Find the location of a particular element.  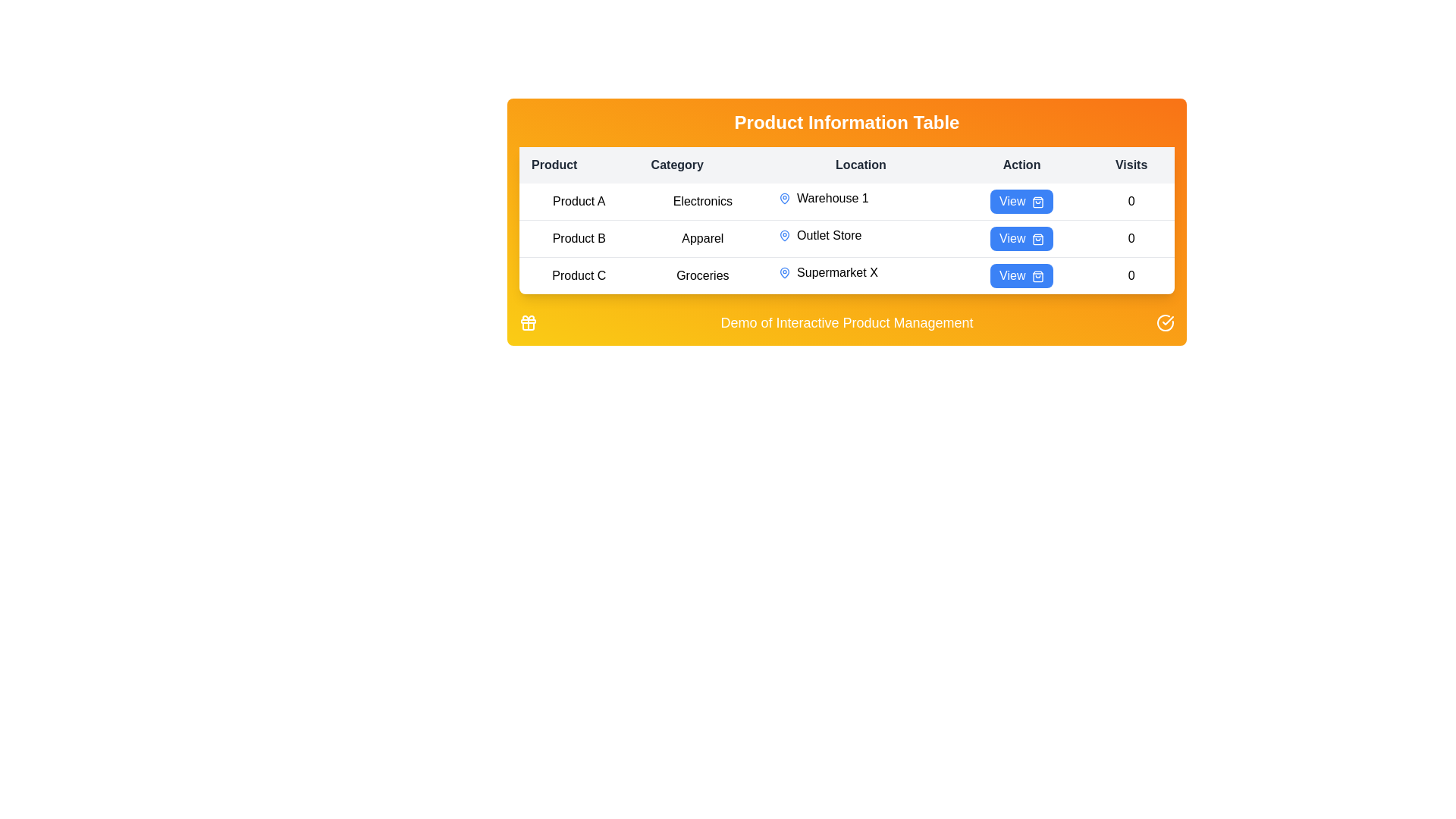

the button in the 'Action' column of the first row of the 'Product Information Table' to observe style changes is located at coordinates (1021, 201).